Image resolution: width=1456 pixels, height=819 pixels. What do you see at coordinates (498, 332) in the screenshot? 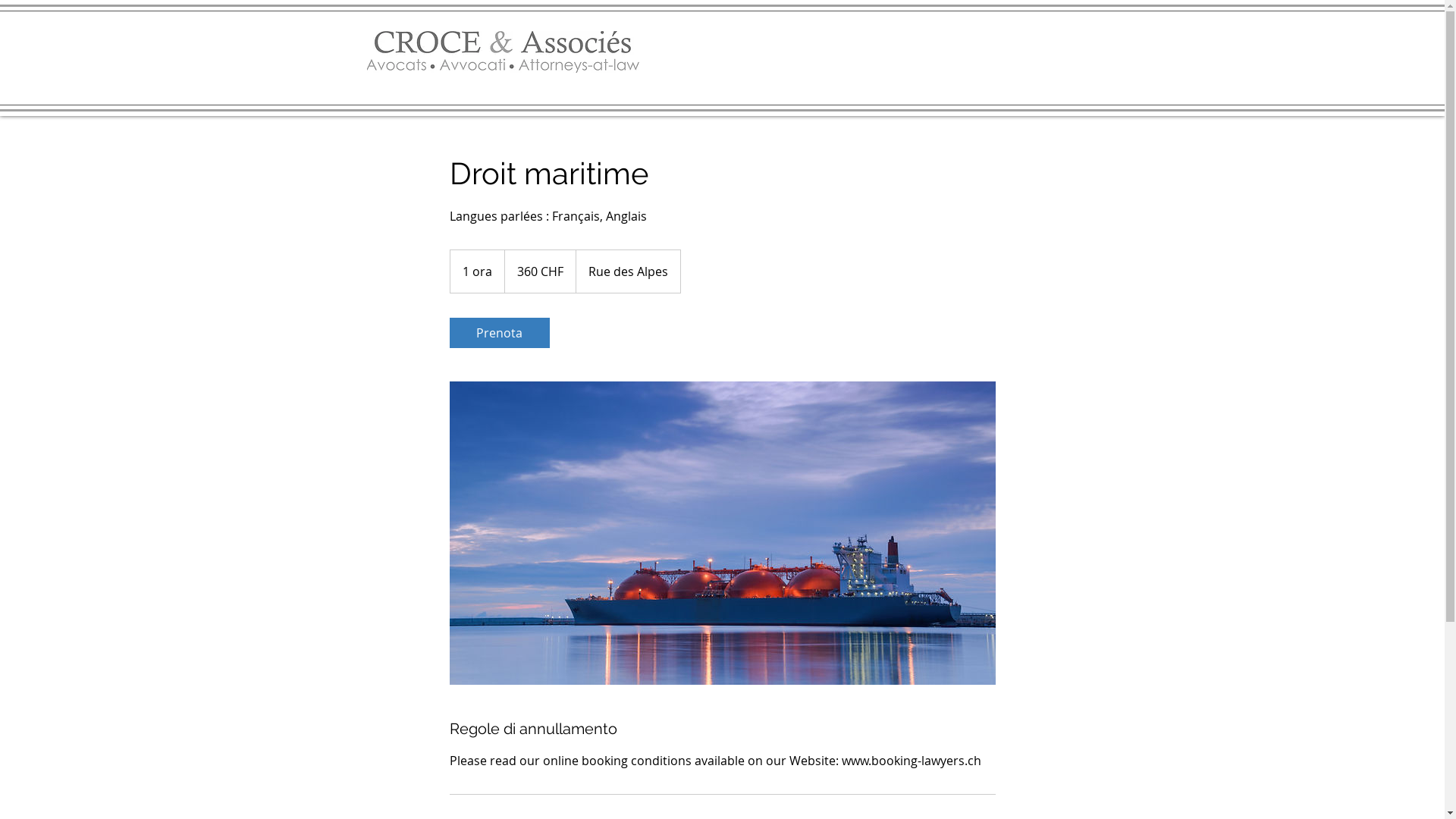
I see `'Prenota'` at bounding box center [498, 332].